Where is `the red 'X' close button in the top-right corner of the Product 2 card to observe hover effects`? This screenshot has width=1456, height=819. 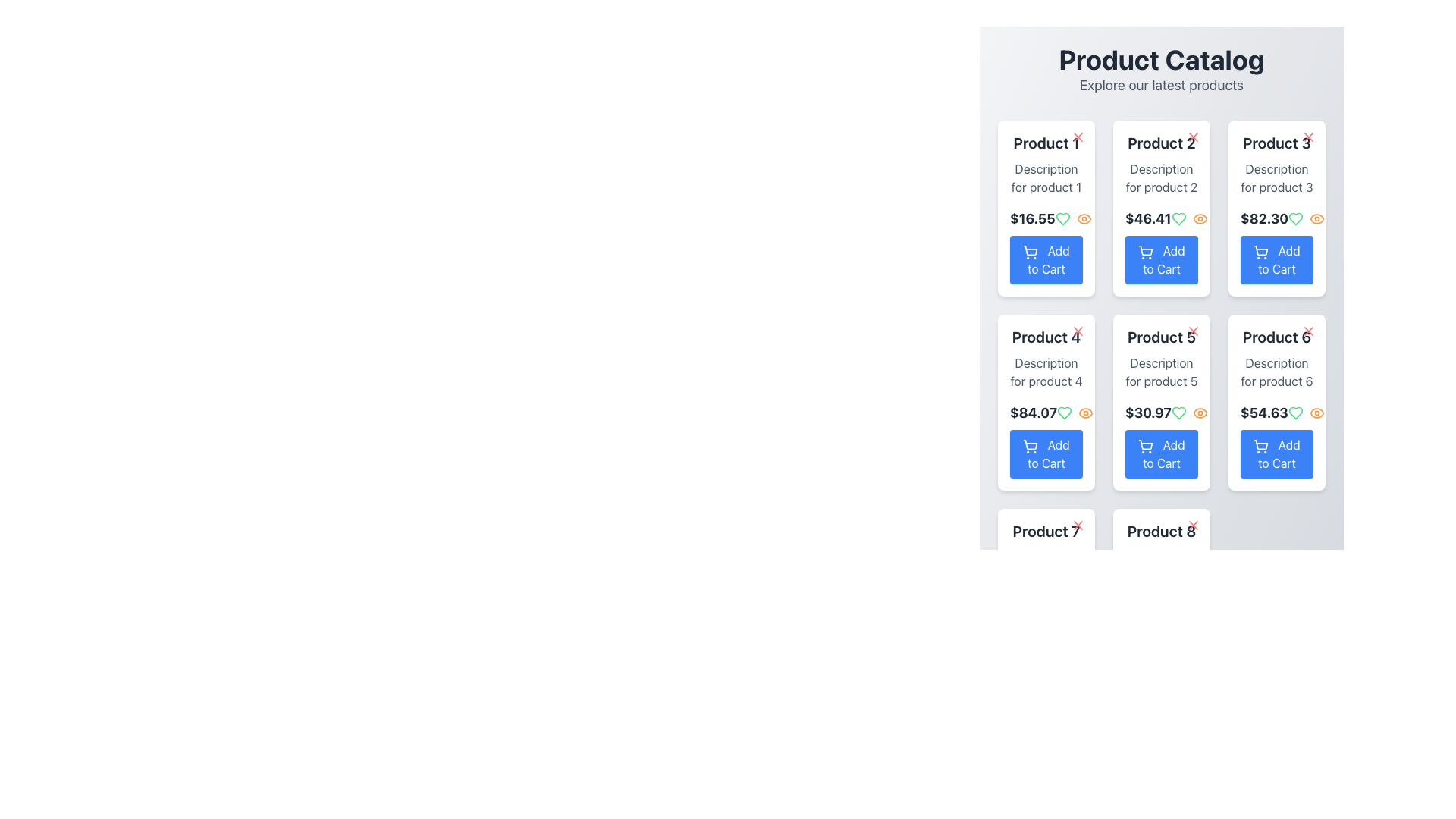
the red 'X' close button in the top-right corner of the Product 2 card to observe hover effects is located at coordinates (1193, 137).